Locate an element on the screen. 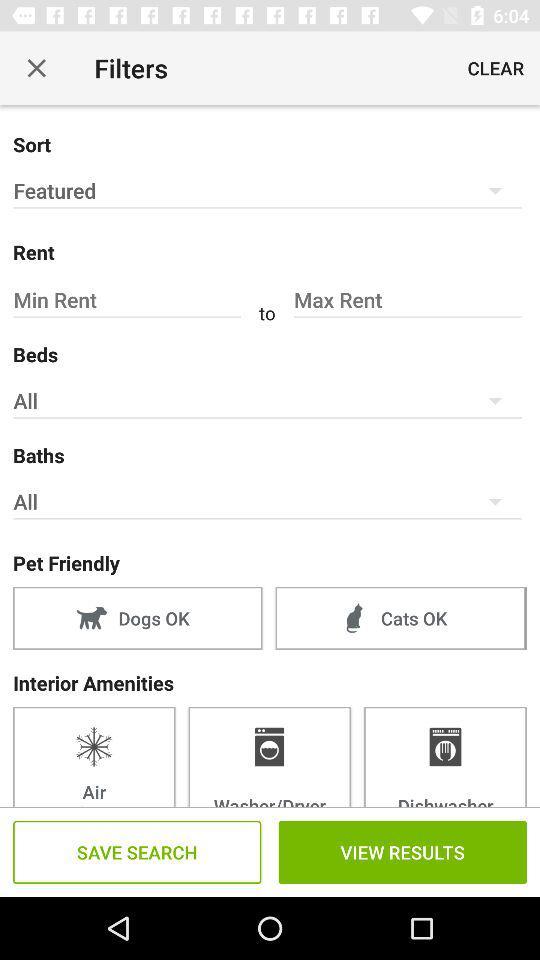  minimum rent is located at coordinates (129, 299).